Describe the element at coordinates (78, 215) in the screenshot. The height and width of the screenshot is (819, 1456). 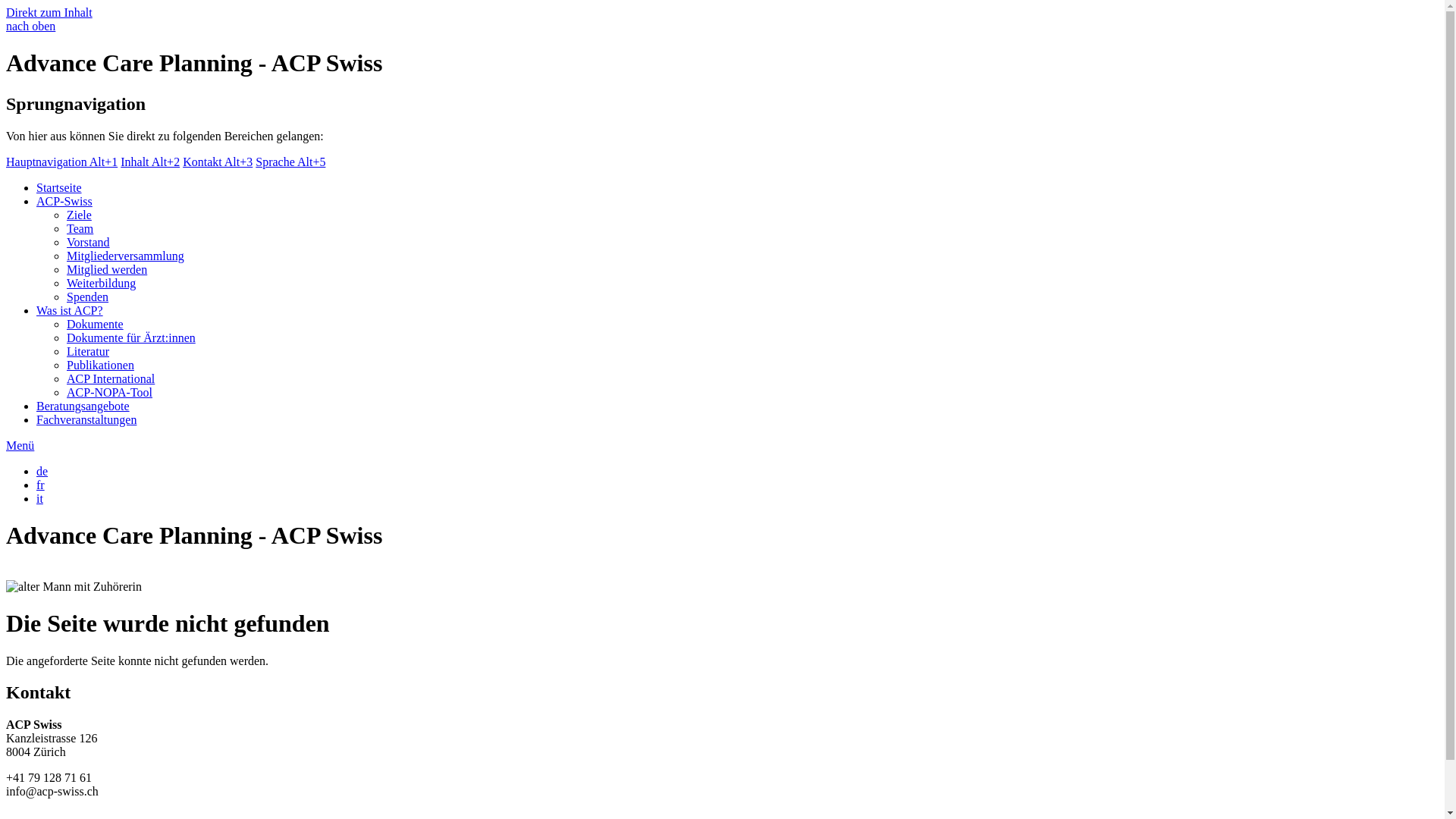
I see `'Ziele'` at that location.